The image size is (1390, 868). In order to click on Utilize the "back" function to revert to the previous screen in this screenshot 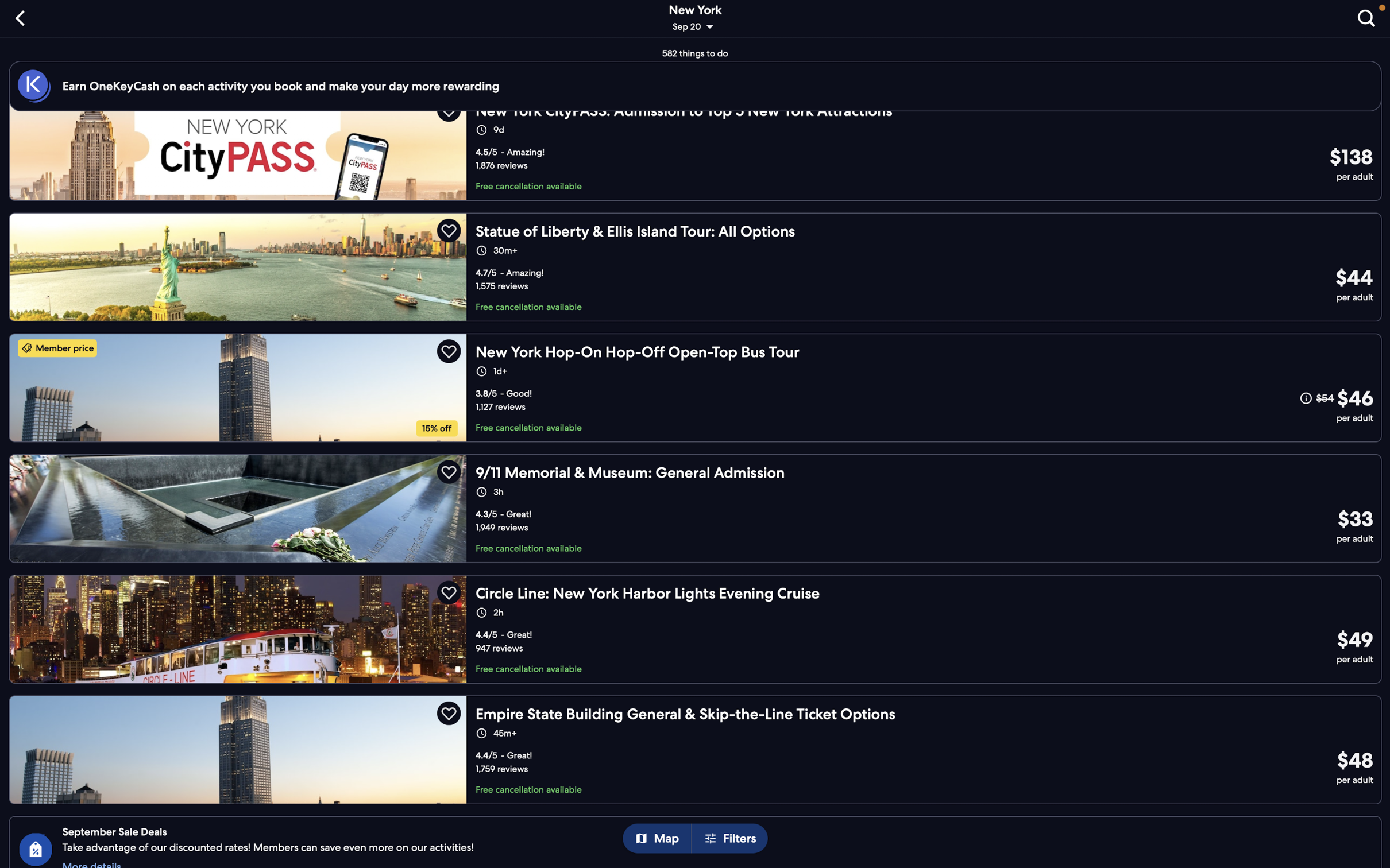, I will do `click(22, 17)`.